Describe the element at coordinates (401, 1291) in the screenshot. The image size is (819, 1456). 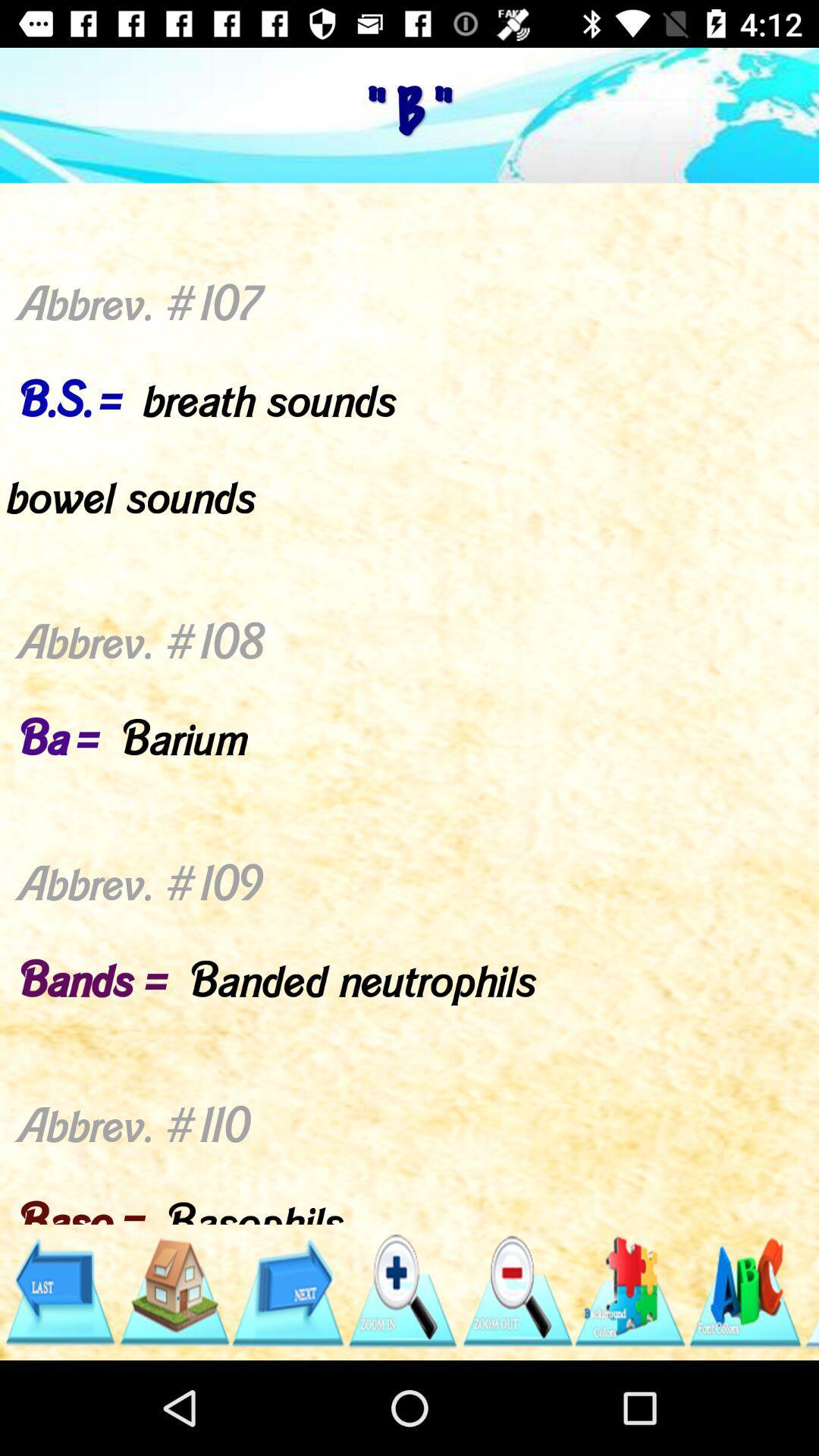
I see `maximize size` at that location.